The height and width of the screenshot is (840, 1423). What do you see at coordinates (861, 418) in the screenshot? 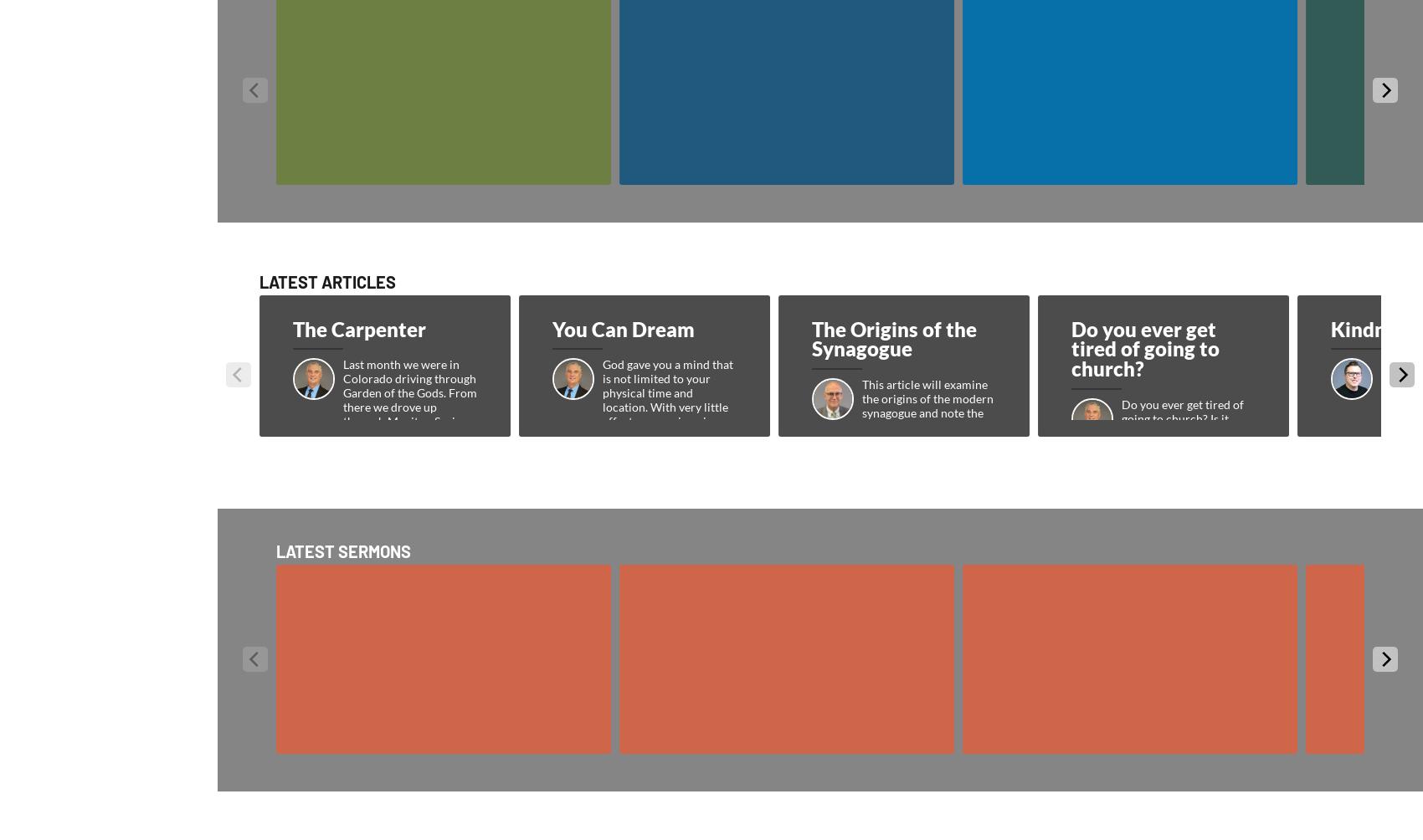
I see `'This article will examine the origins of the modern synagogue and note the developments that ultimately forged this ancient Jewish entity.'` at bounding box center [861, 418].